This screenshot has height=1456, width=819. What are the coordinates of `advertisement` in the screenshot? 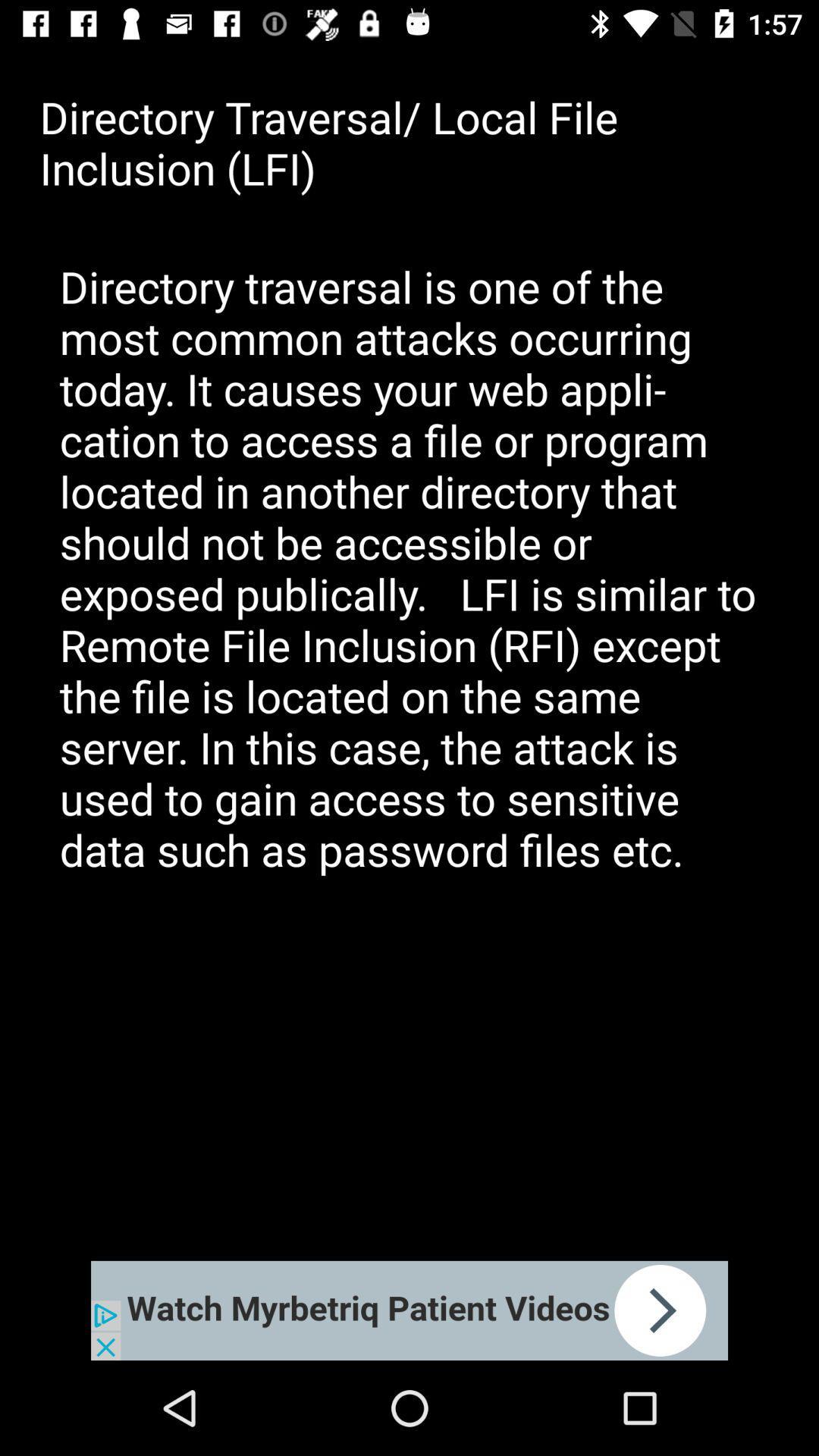 It's located at (409, 1310).